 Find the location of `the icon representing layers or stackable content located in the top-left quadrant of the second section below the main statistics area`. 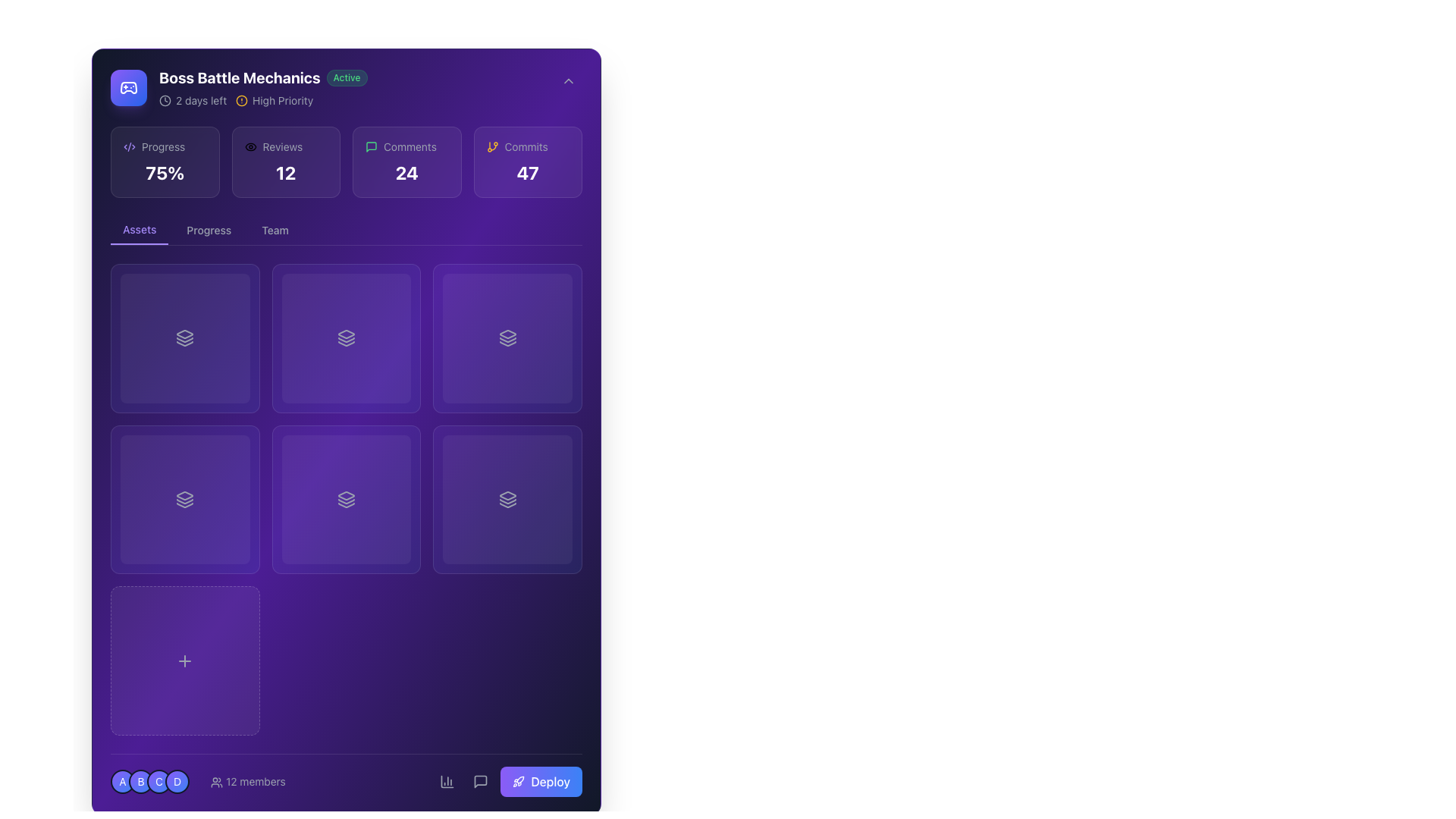

the icon representing layers or stackable content located in the top-left quadrant of the second section below the main statistics area is located at coordinates (184, 337).